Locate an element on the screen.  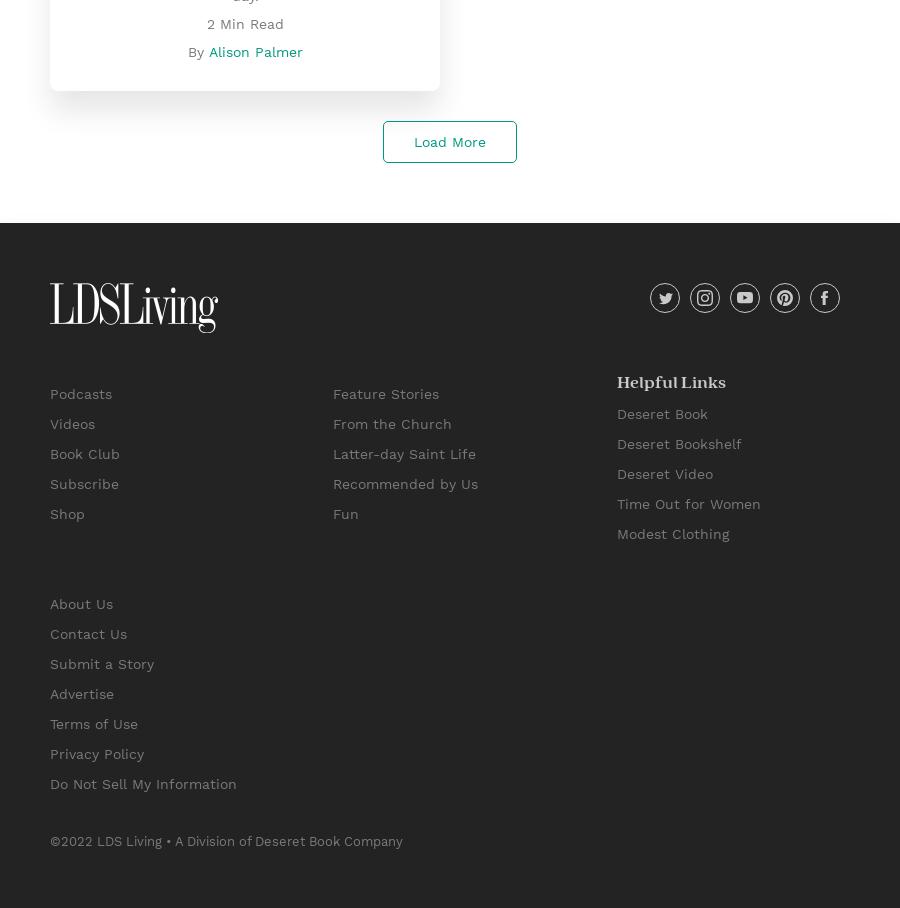
'Load More' is located at coordinates (450, 141).